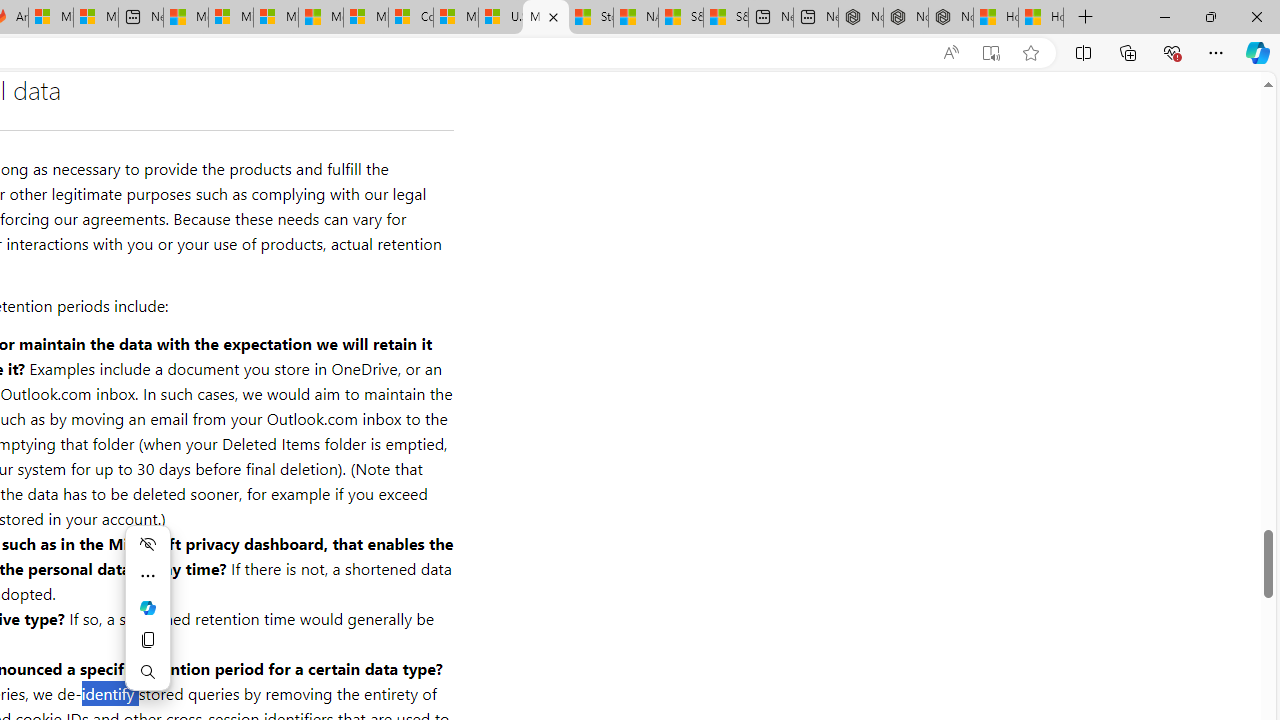  I want to click on 'Consumer Health Data Privacy Policy', so click(409, 17).